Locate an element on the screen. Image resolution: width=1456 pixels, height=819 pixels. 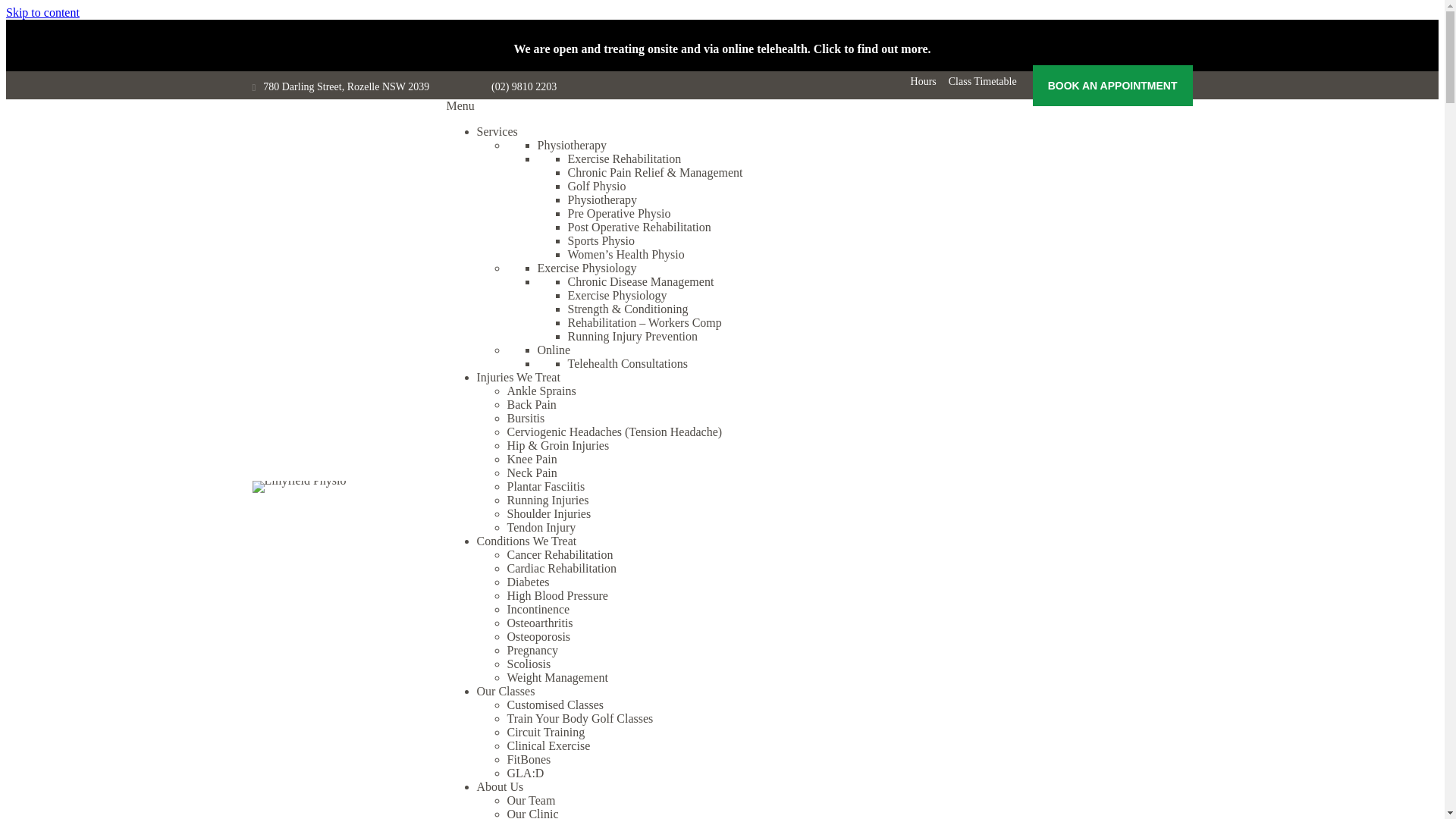
'High Blood Pressure' is located at coordinates (506, 595).